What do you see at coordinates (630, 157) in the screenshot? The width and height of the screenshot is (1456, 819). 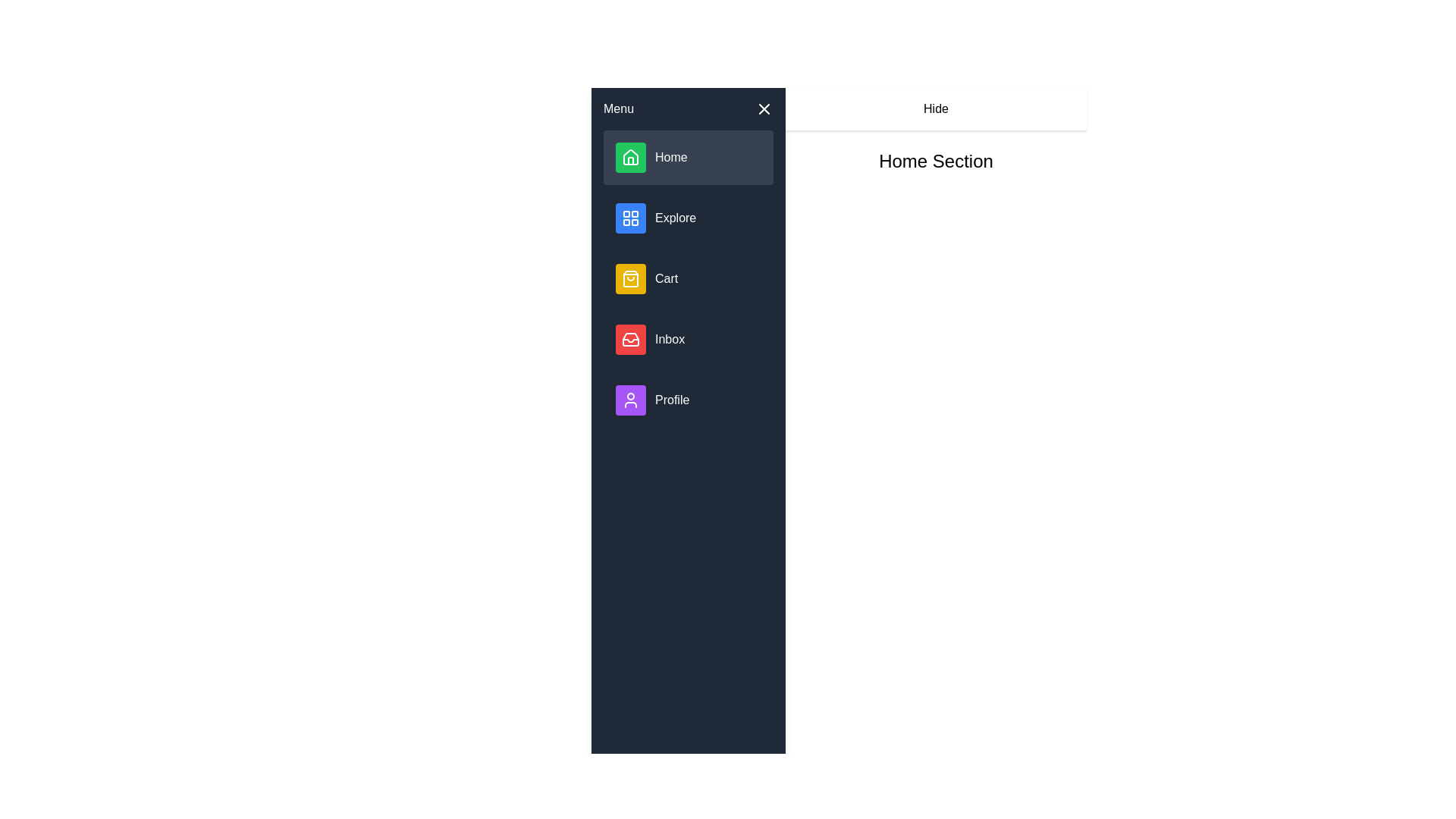 I see `the house icon located next to the 'Home' label in the menu bar, which is the first visual item in the menu list` at bounding box center [630, 157].